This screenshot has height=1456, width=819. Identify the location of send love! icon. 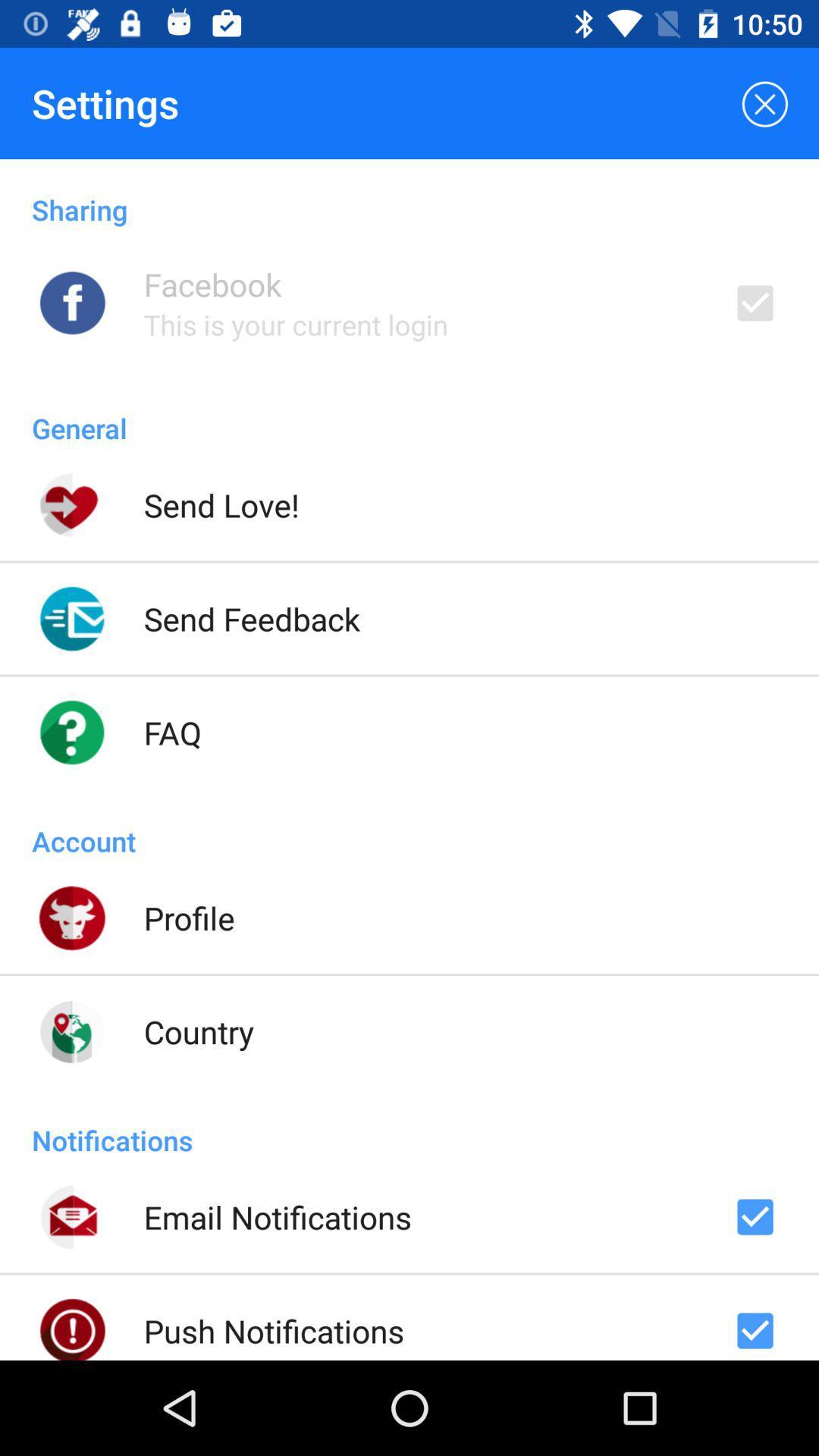
(221, 505).